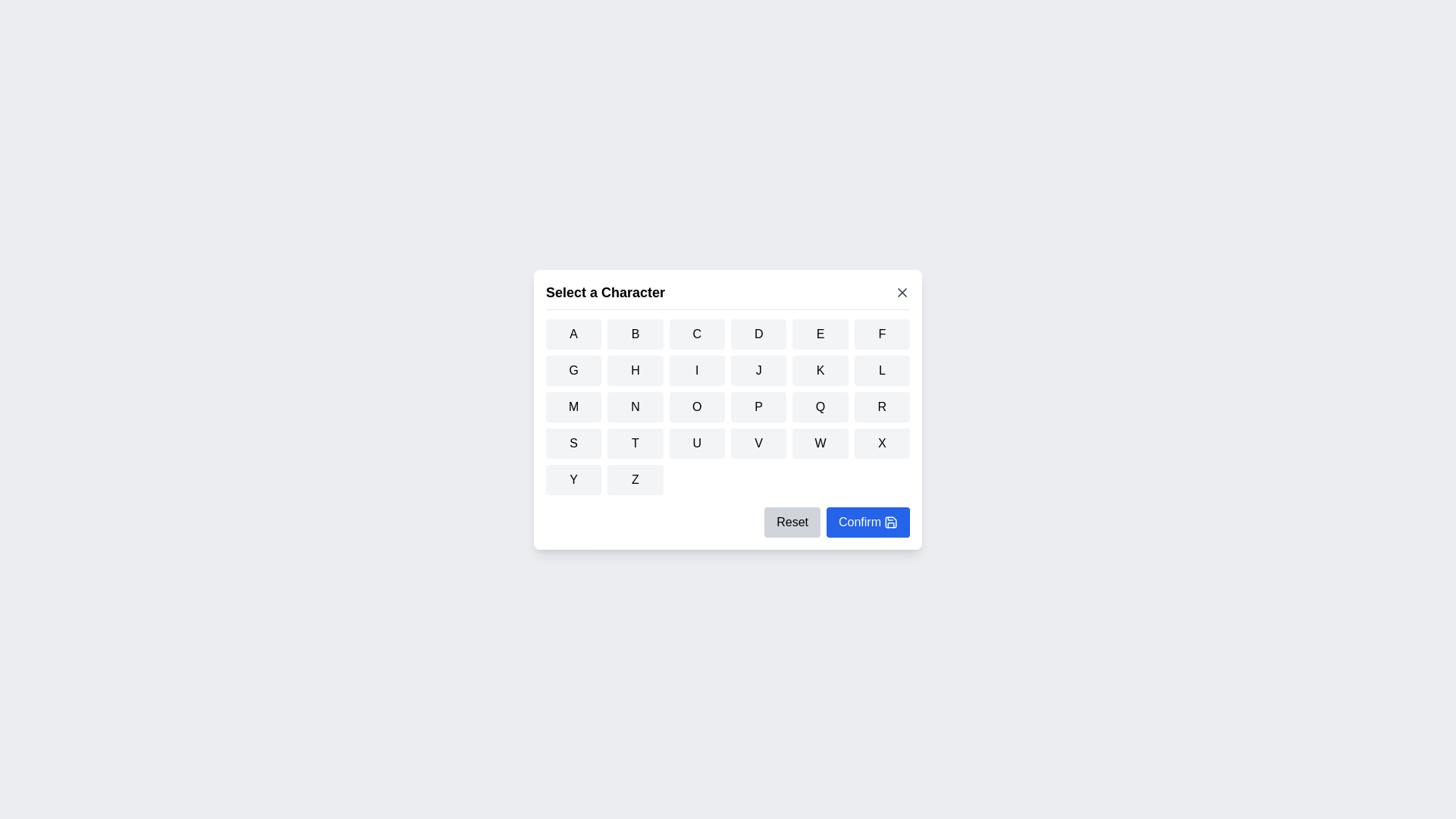 This screenshot has height=819, width=1456. Describe the element at coordinates (635, 370) in the screenshot. I see `the button corresponding to the character H to select it` at that location.